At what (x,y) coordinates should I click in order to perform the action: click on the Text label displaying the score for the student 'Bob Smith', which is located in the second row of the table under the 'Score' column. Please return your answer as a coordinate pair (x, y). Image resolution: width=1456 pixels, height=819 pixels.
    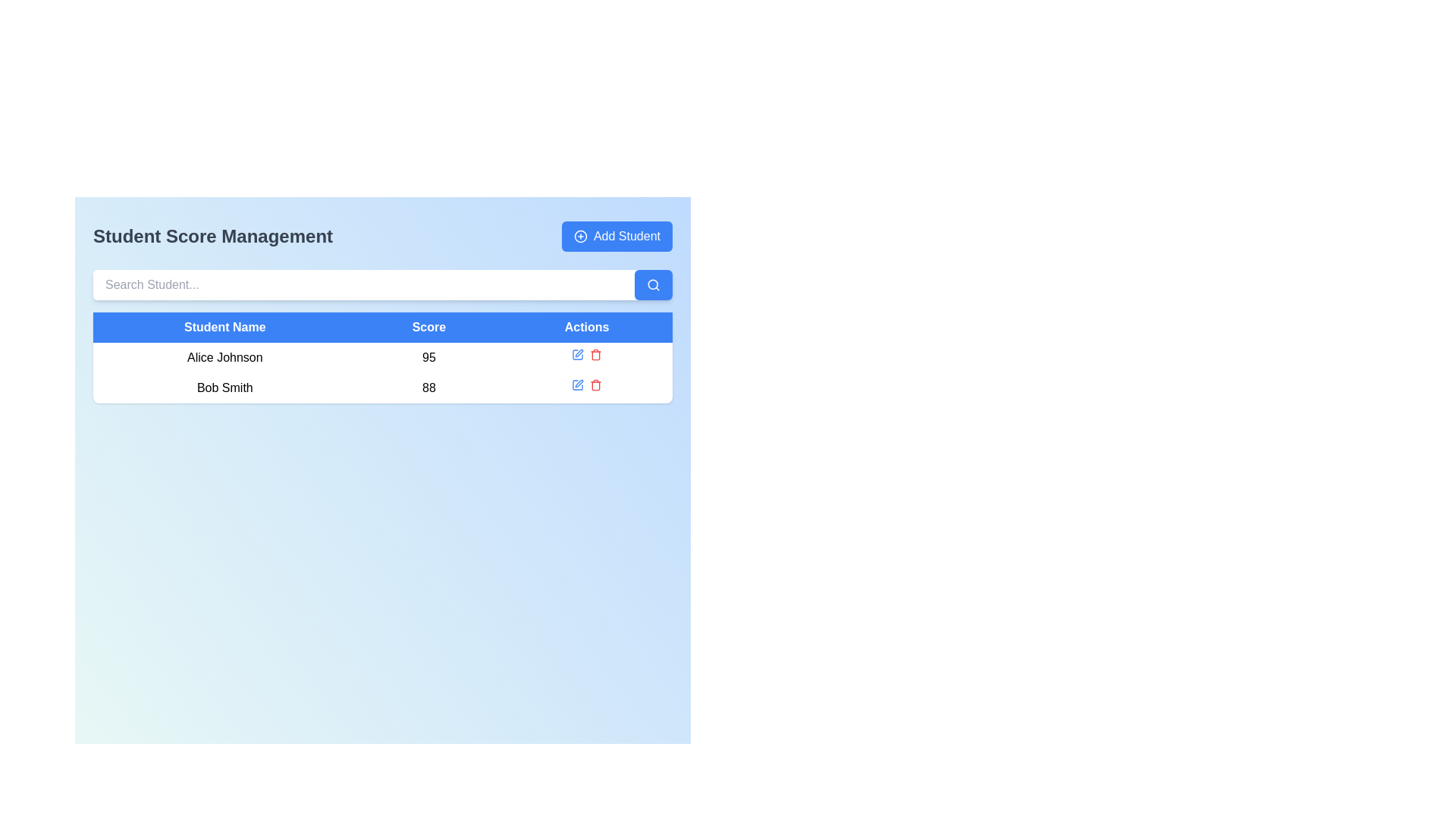
    Looking at the image, I should click on (428, 388).